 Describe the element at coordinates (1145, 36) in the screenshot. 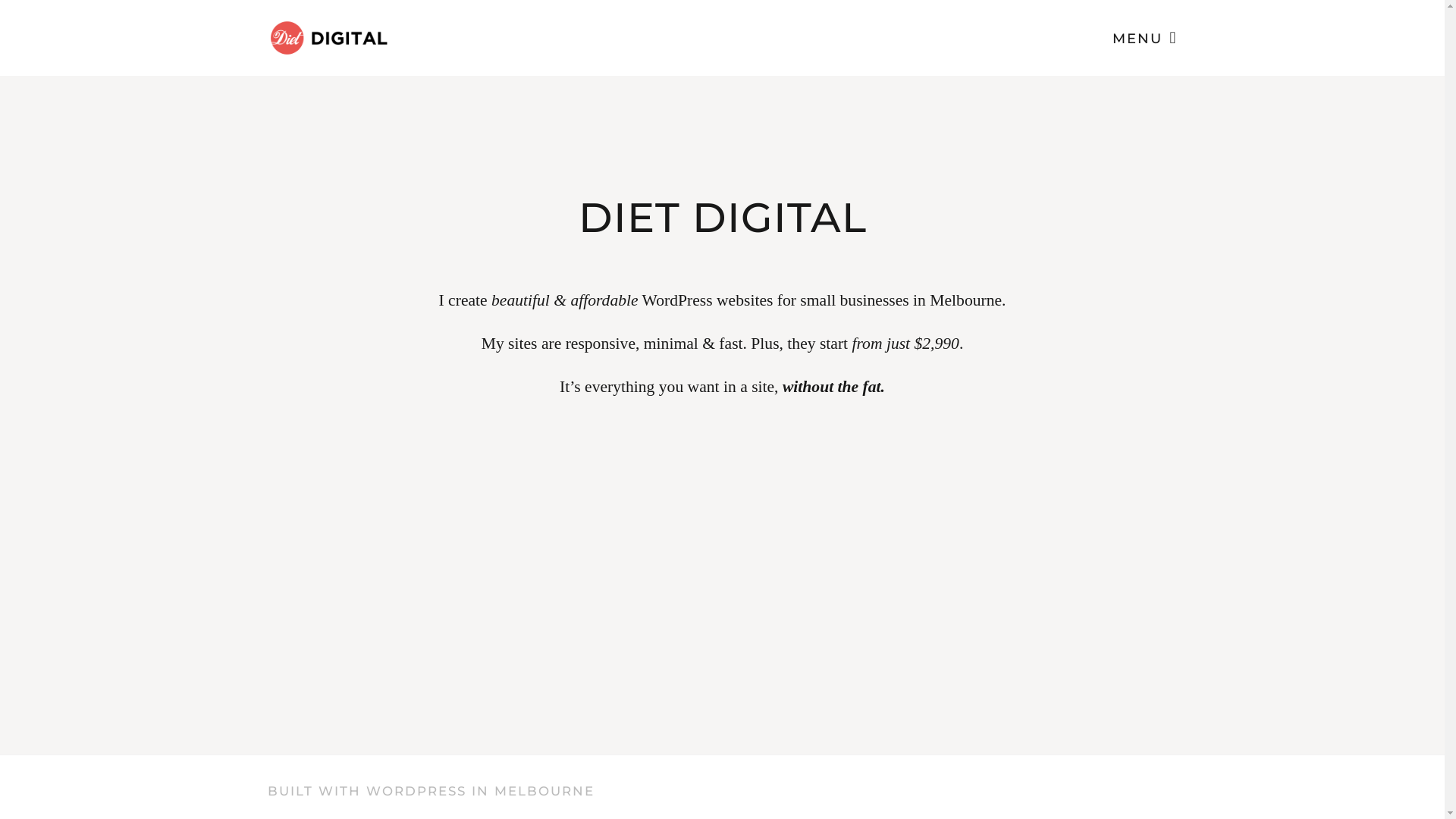

I see `'MENU'` at that location.